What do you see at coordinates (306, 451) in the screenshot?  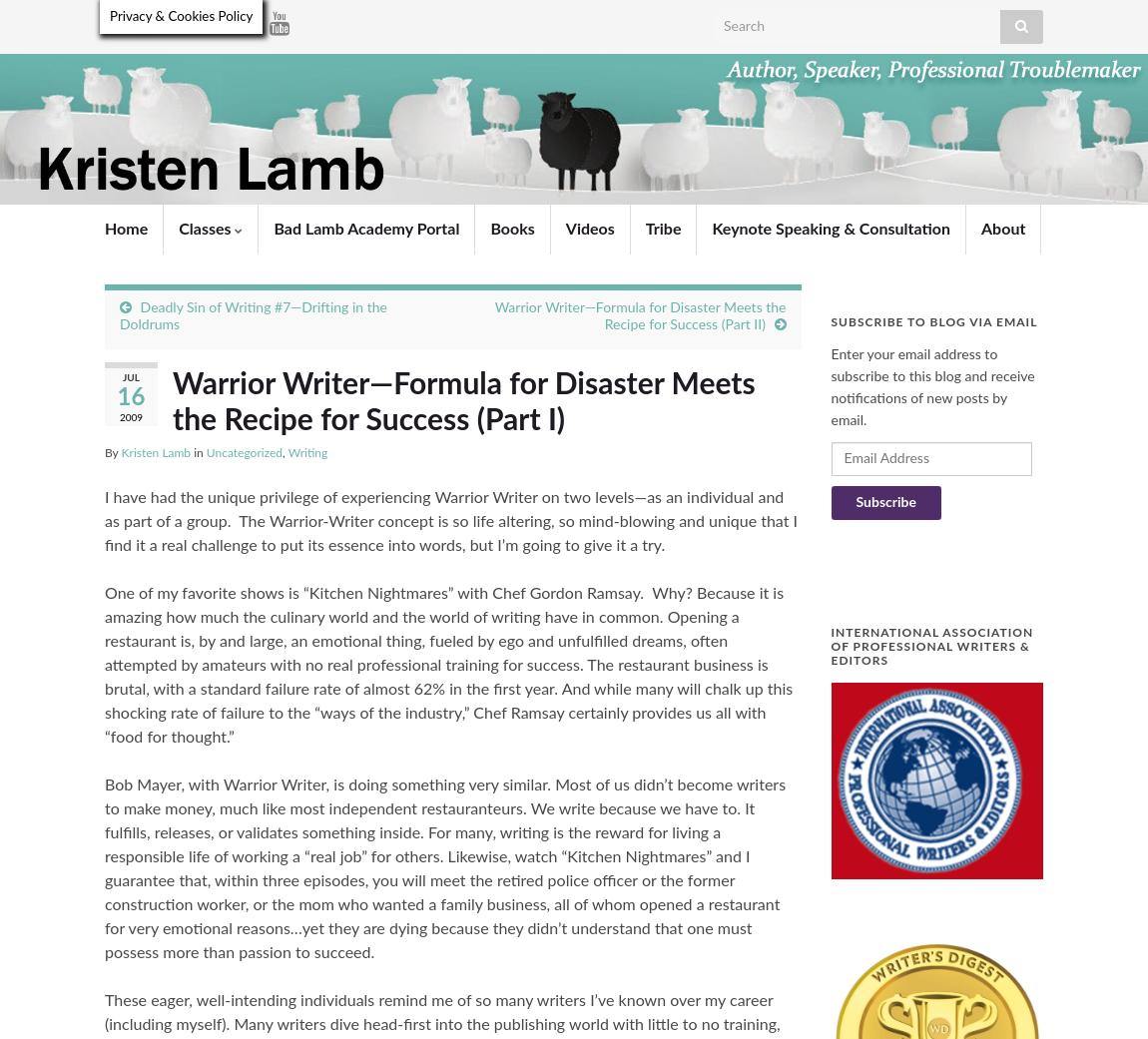 I see `'Writing'` at bounding box center [306, 451].